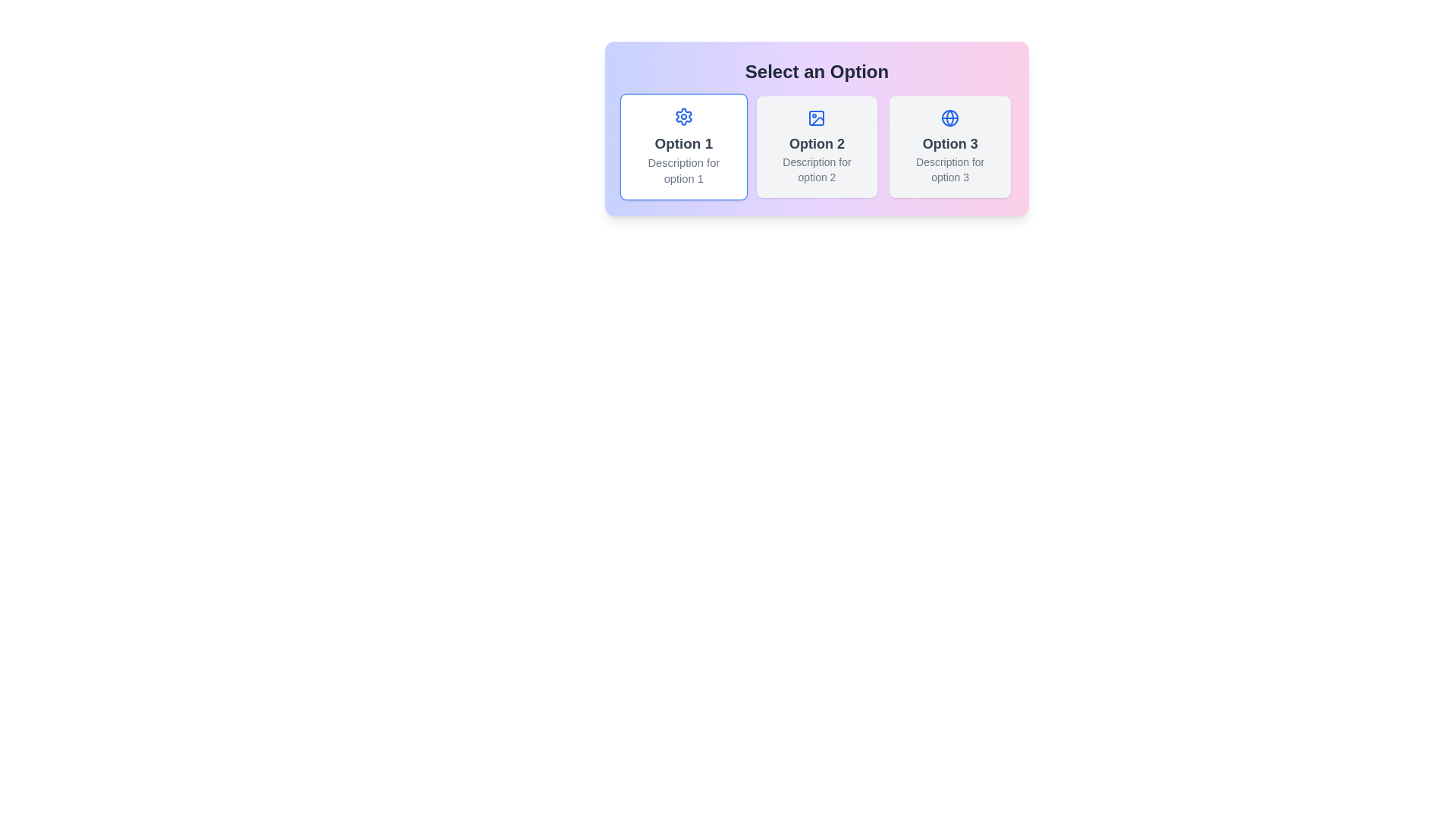 The width and height of the screenshot is (1456, 819). What do you see at coordinates (816, 117) in the screenshot?
I see `the blue icon resembling a frame with an inner circle and diagonal line, located above the text 'Option 2' in the second selection card` at bounding box center [816, 117].